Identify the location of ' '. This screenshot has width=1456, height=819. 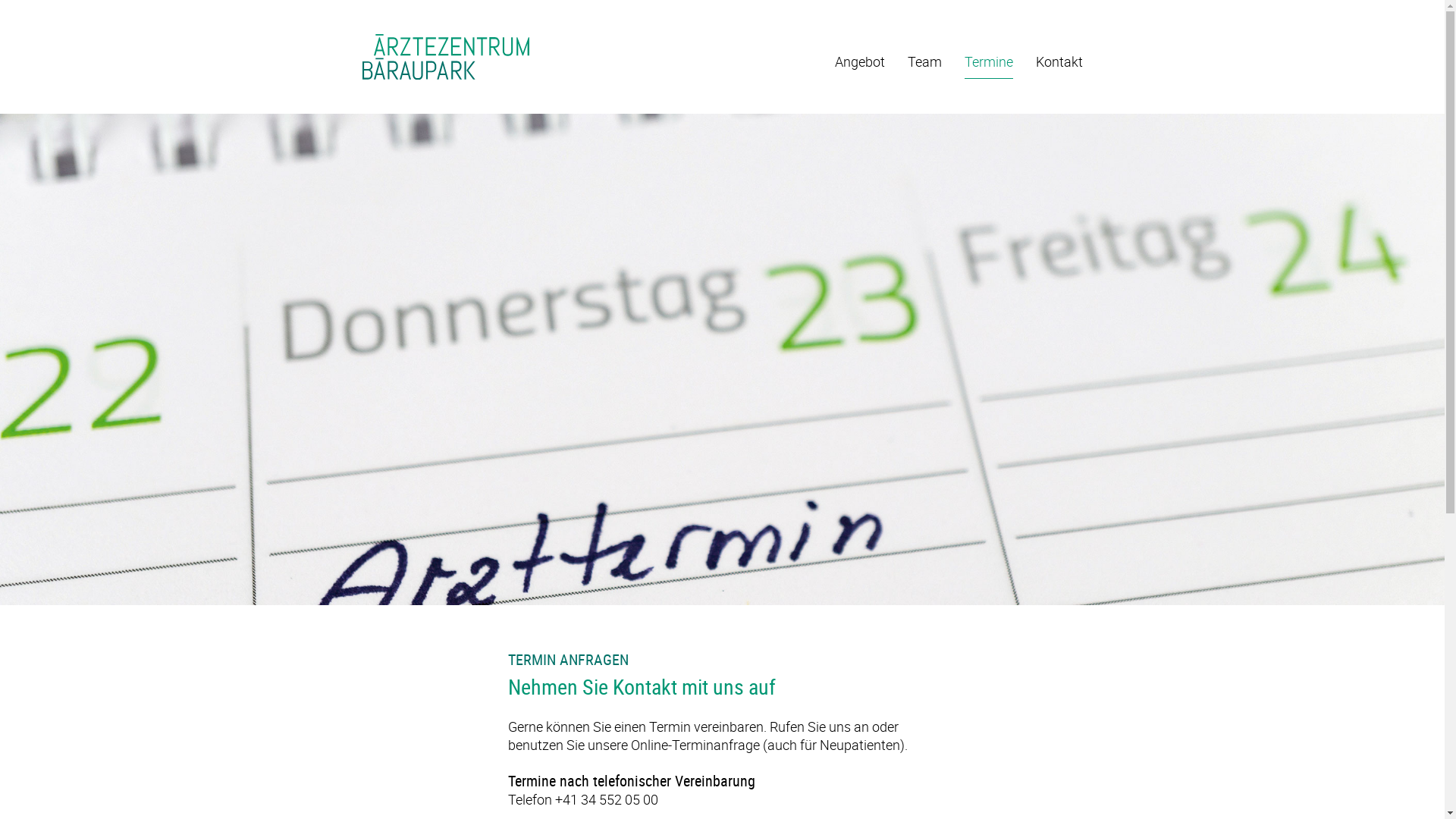
(362, 58).